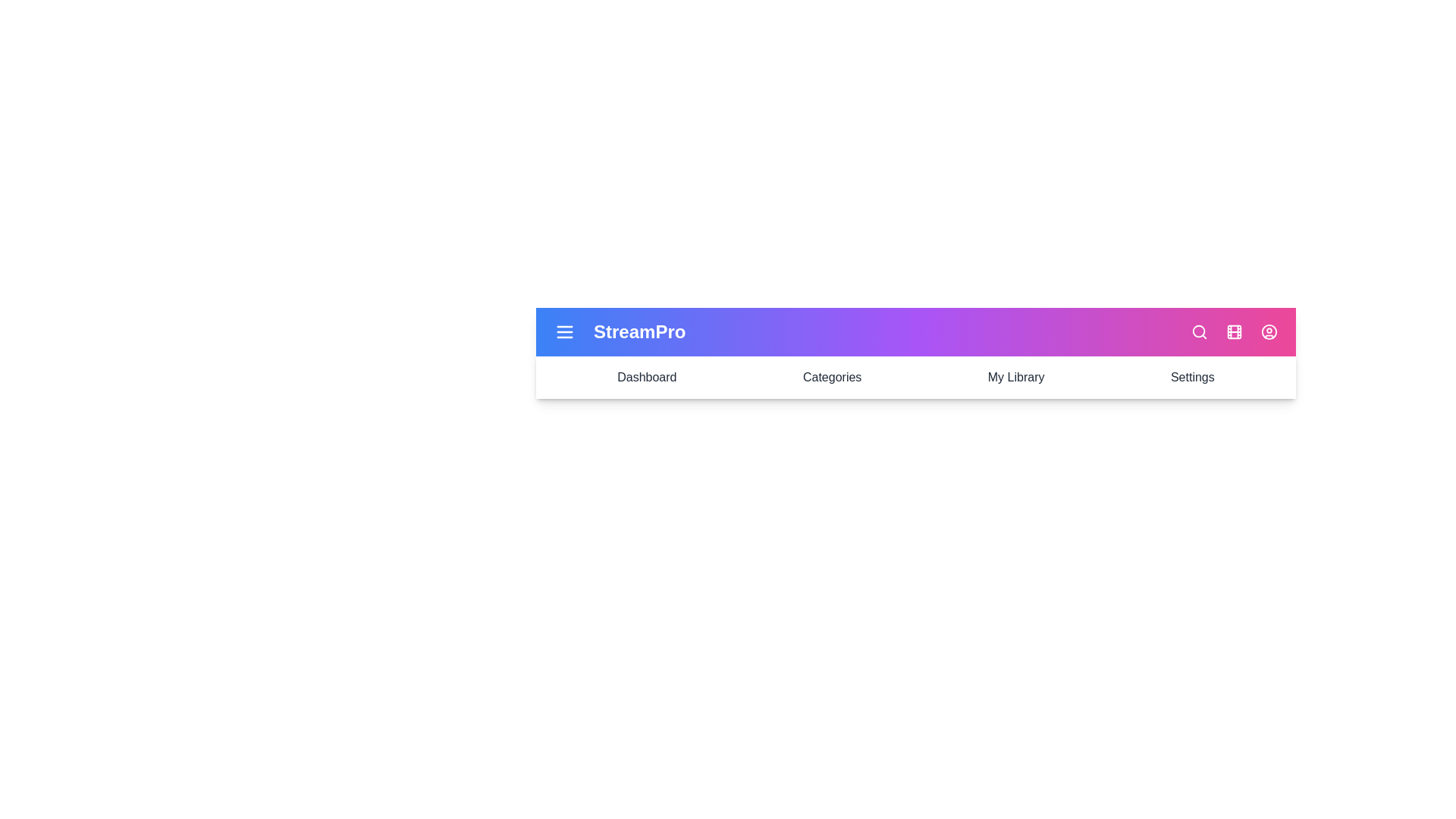 This screenshot has width=1456, height=819. I want to click on the user profile icon to interact with it, so click(1269, 331).